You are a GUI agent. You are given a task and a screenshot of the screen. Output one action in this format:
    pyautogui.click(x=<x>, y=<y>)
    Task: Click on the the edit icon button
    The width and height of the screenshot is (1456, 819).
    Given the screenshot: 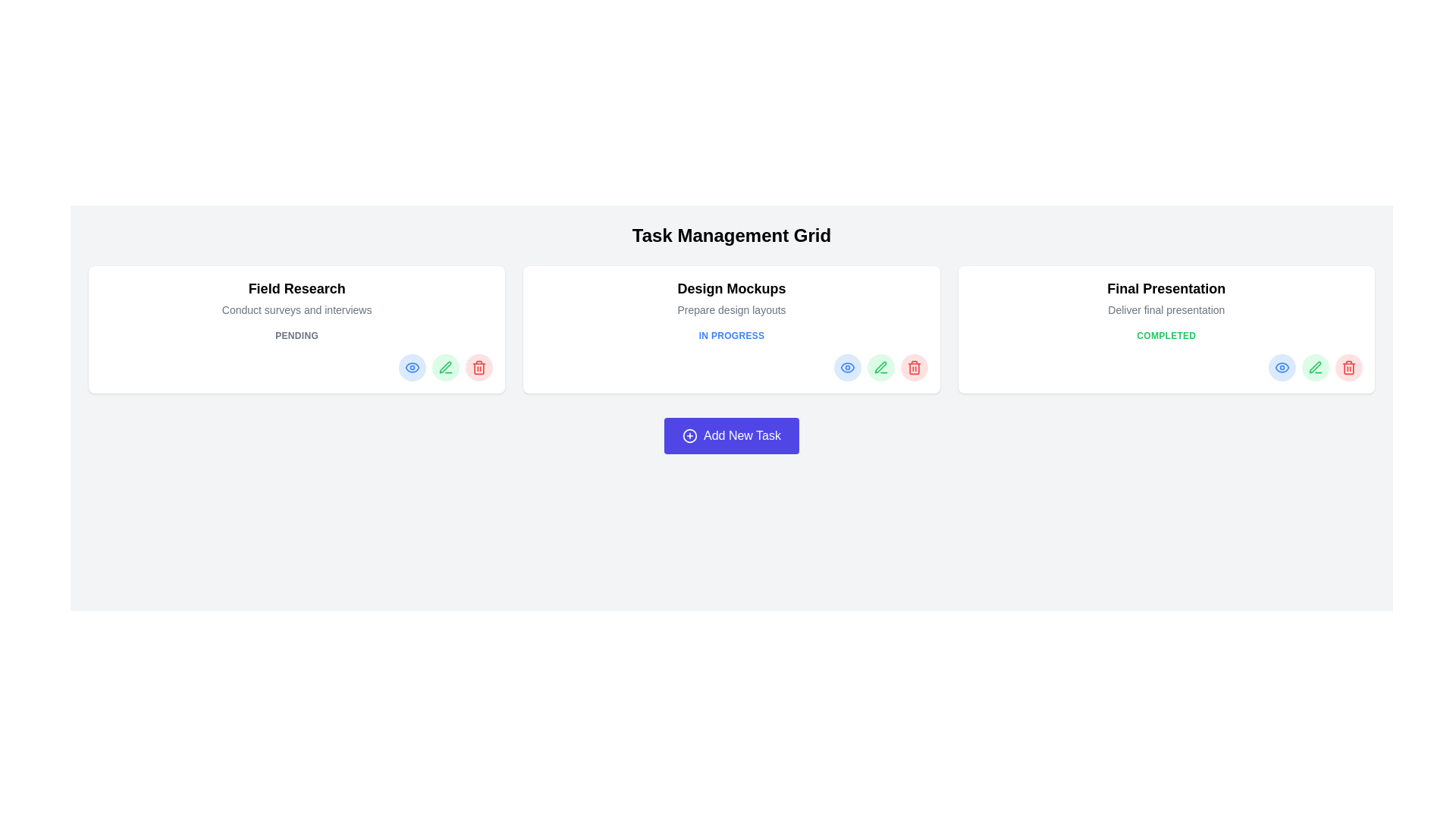 What is the action you would take?
    pyautogui.click(x=1314, y=367)
    